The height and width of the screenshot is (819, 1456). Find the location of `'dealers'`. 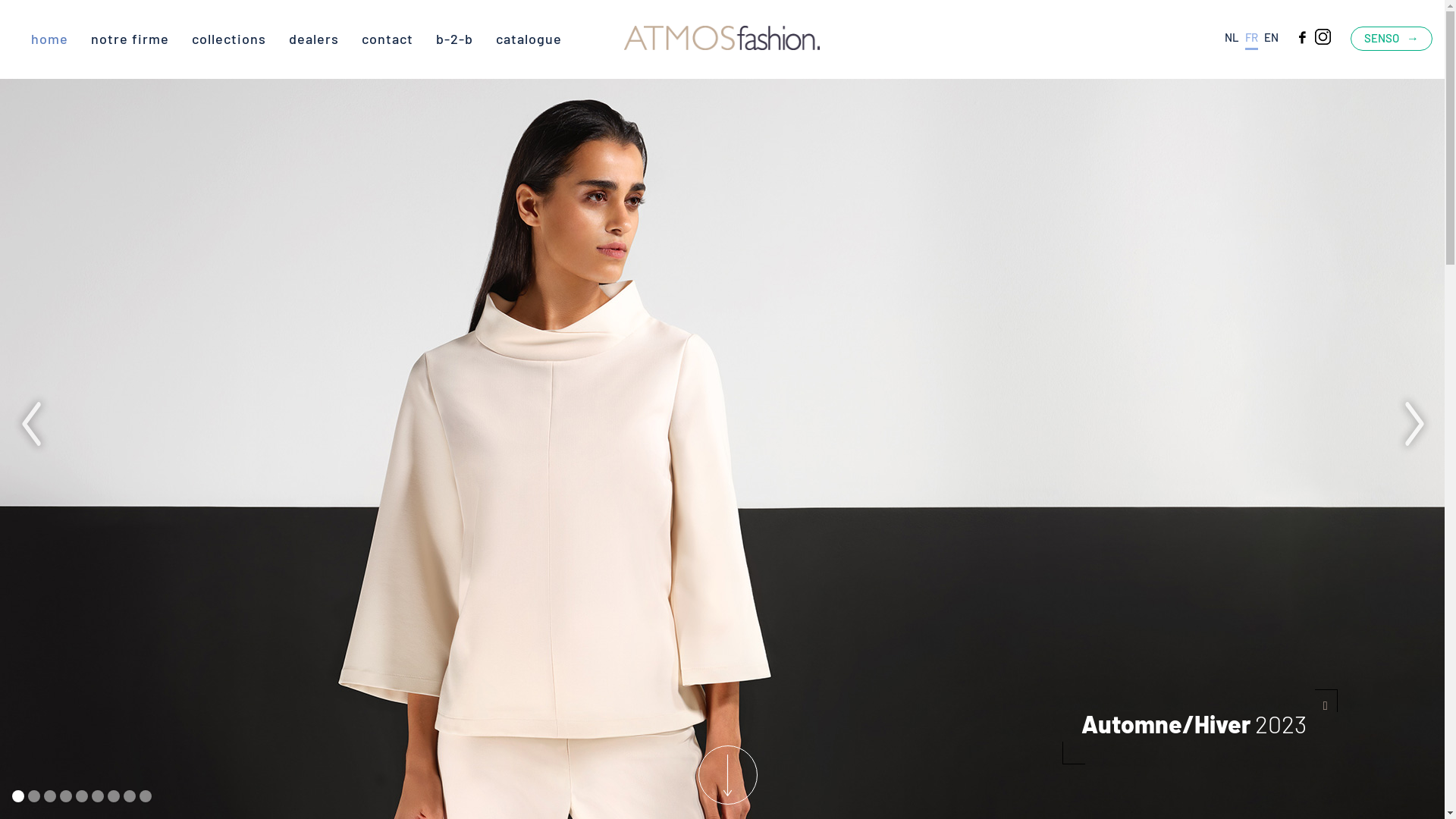

'dealers' is located at coordinates (312, 37).